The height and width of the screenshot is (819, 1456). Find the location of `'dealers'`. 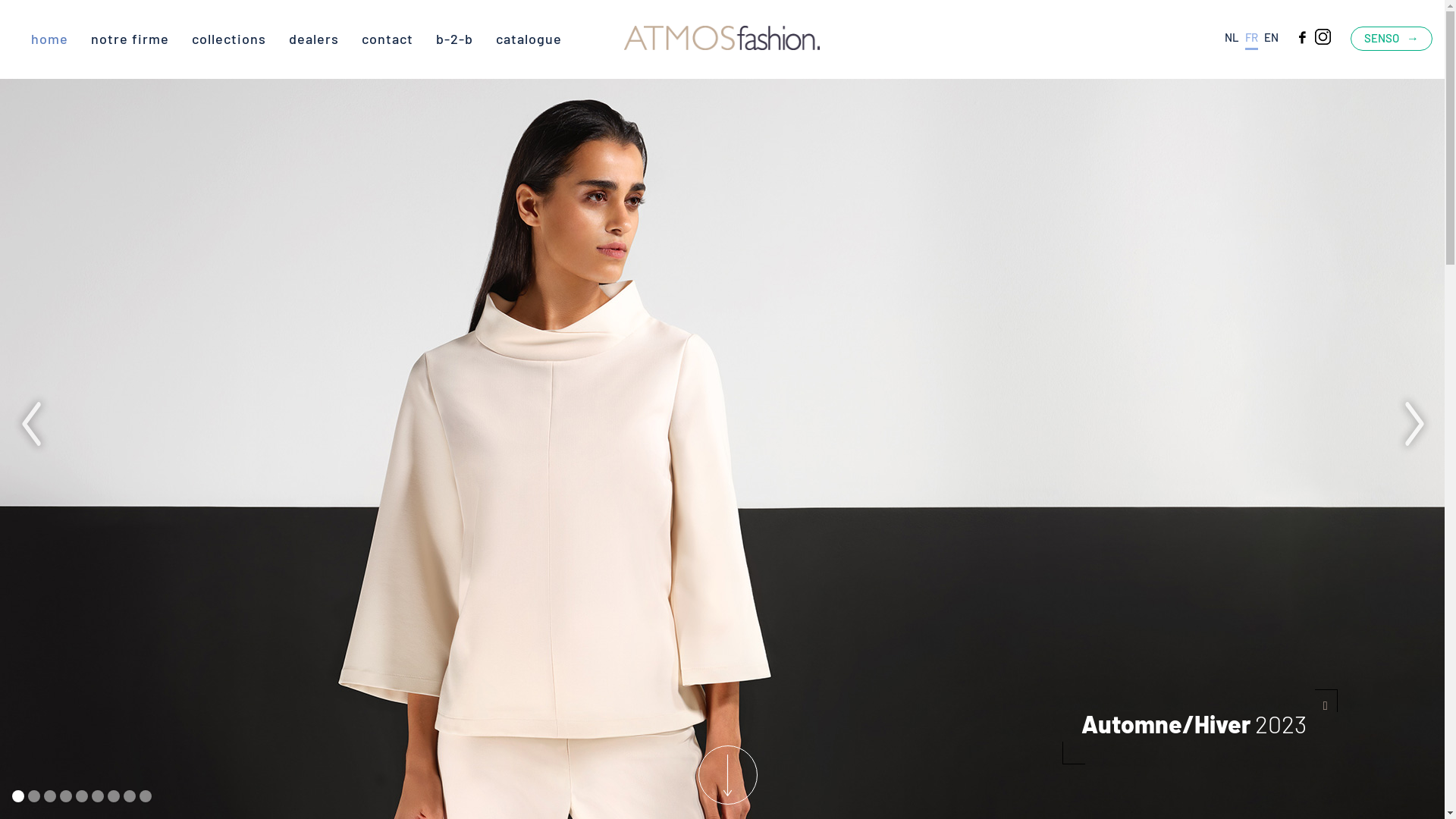

'dealers' is located at coordinates (312, 37).